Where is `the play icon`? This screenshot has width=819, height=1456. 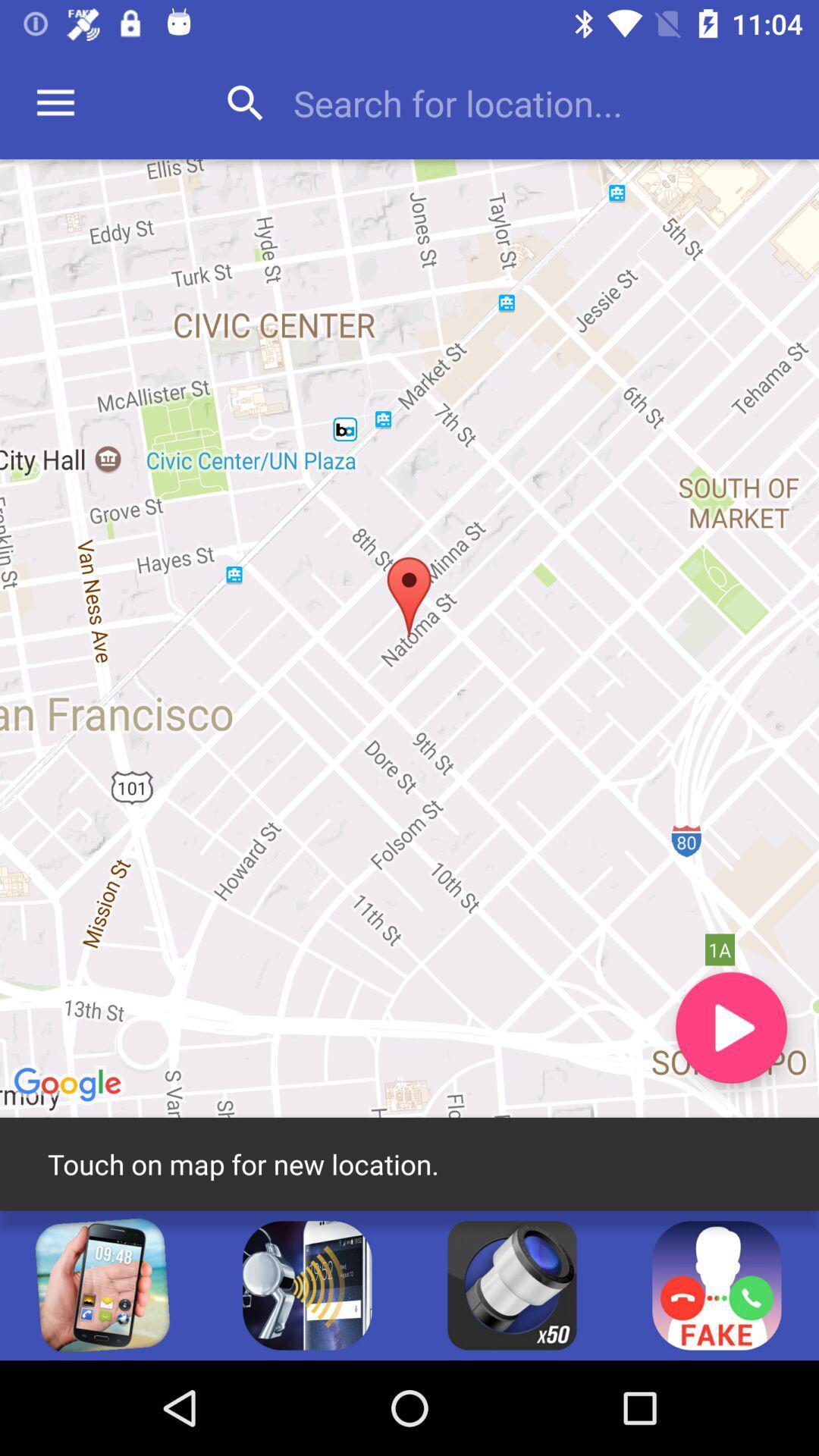
the play icon is located at coordinates (730, 1028).